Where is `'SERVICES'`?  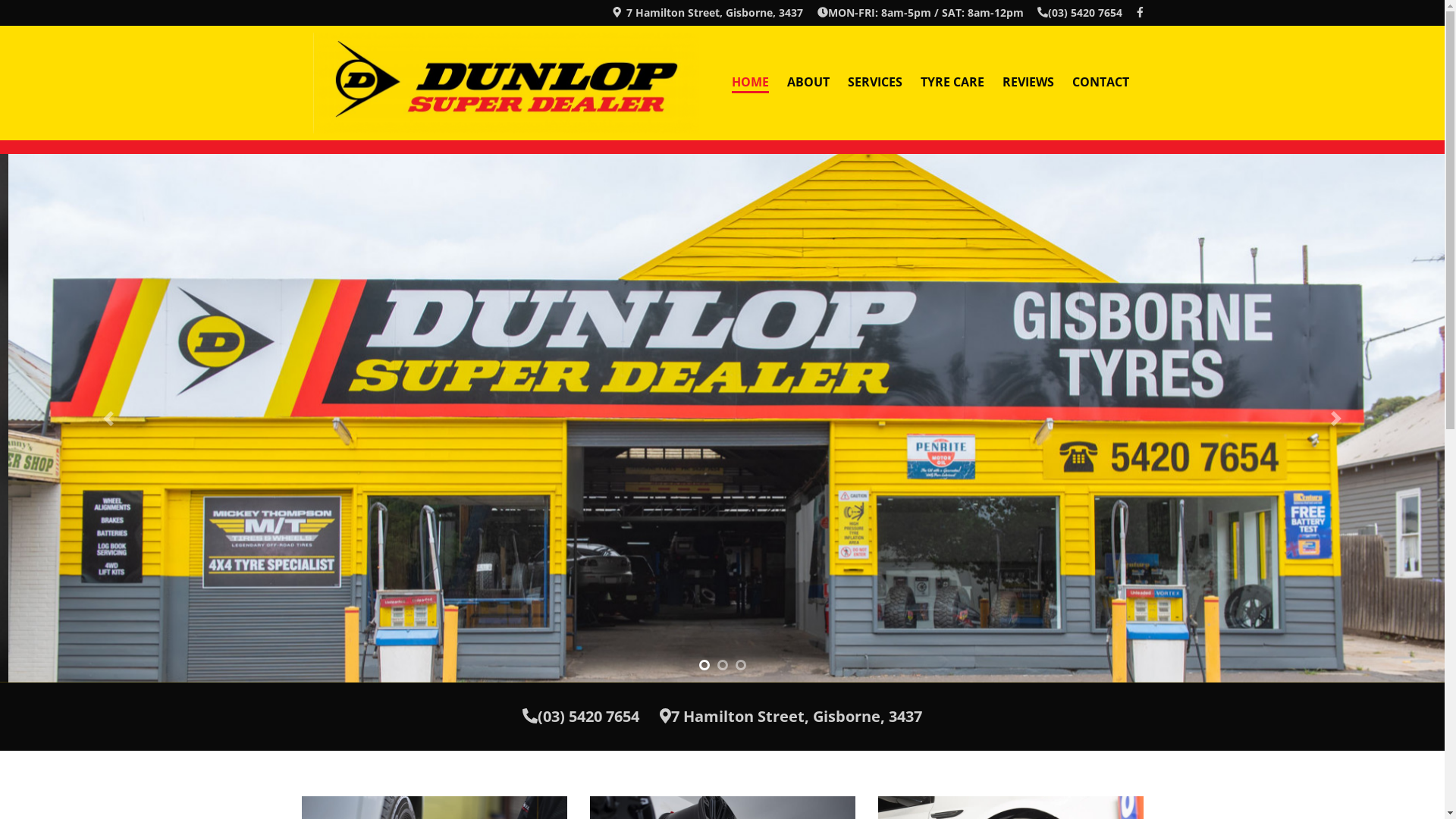 'SERVICES' is located at coordinates (837, 83).